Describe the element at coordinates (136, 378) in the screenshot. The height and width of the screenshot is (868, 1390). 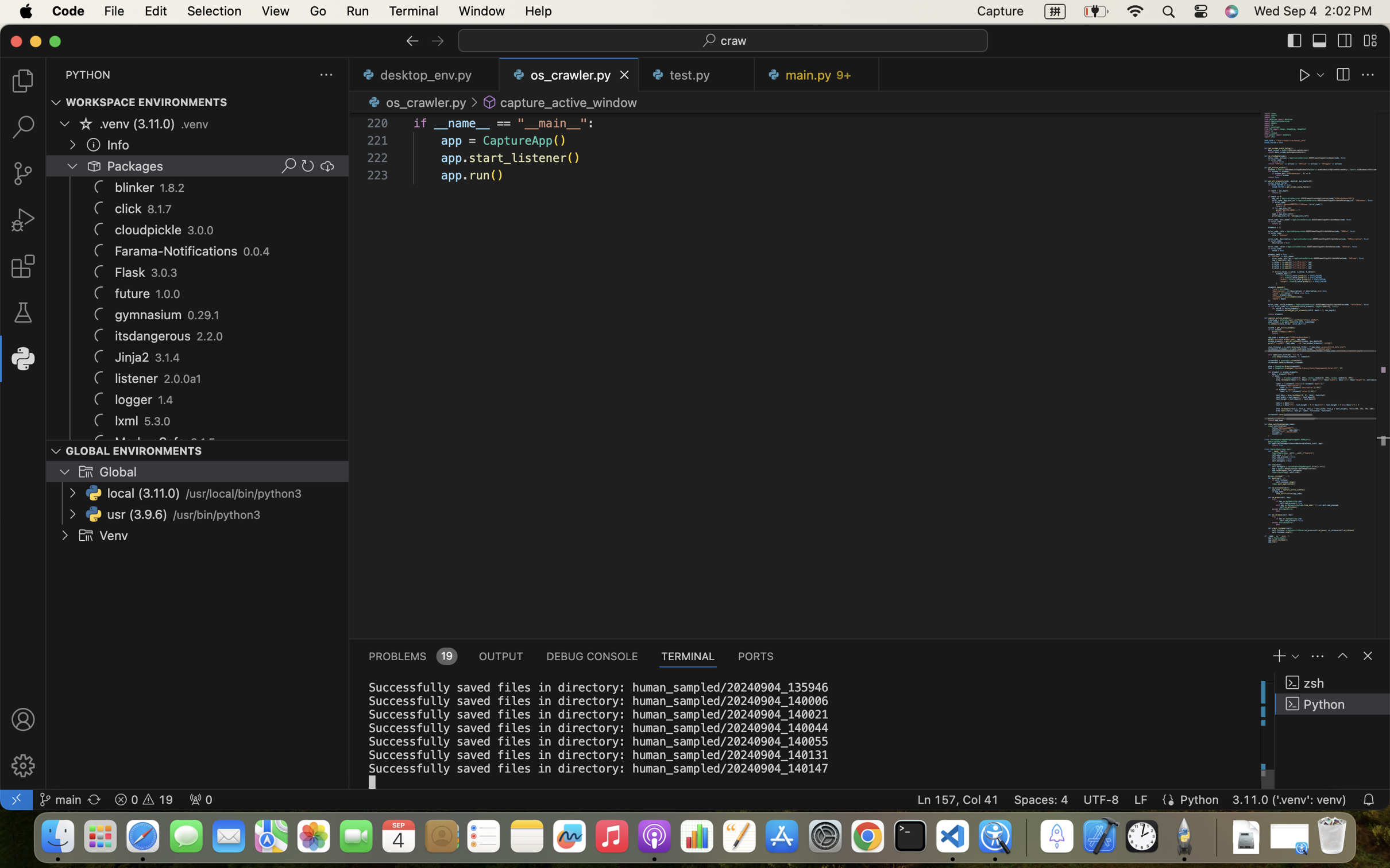
I see `'listener'` at that location.